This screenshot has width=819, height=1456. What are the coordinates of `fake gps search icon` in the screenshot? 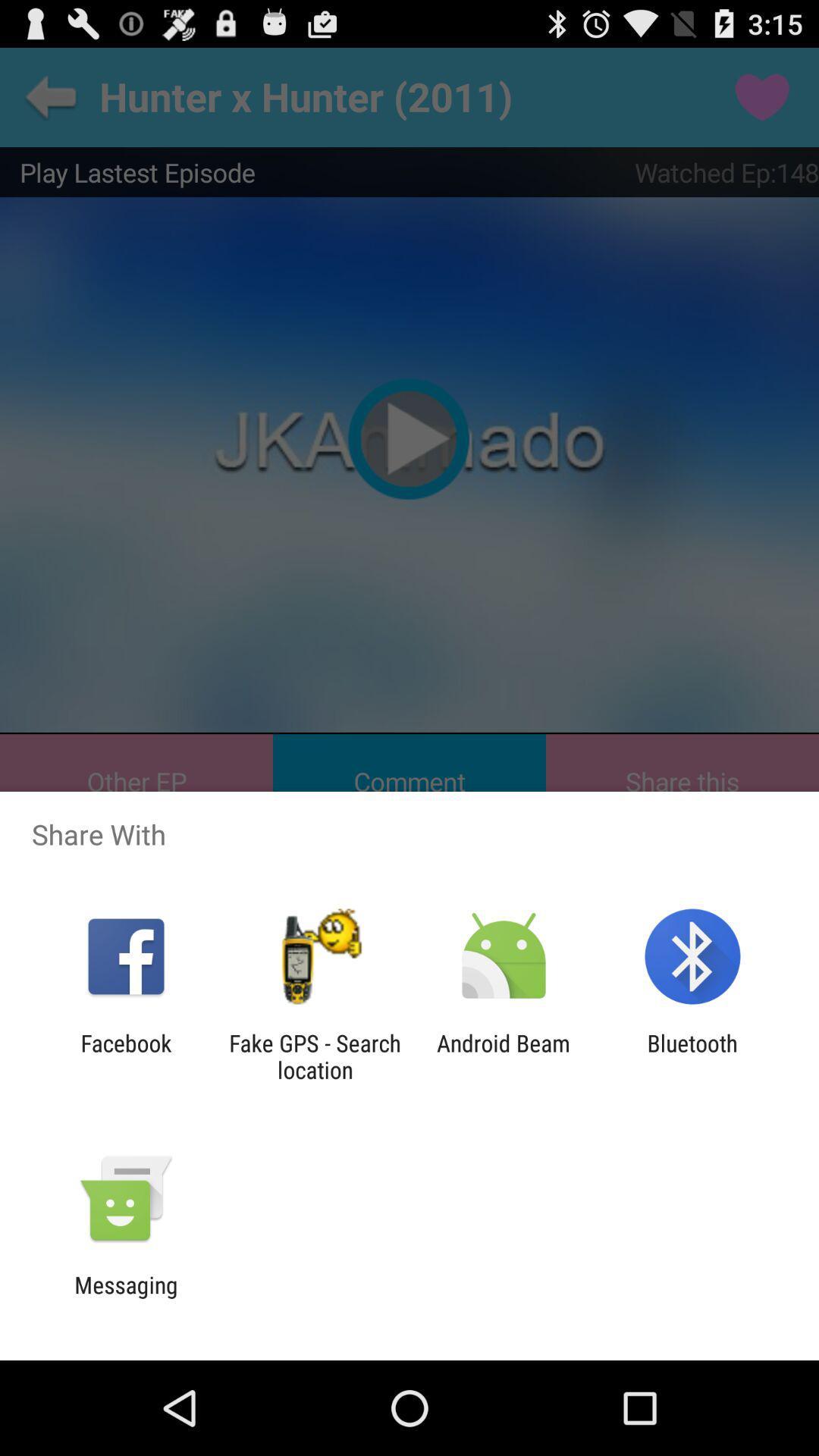 It's located at (314, 1056).